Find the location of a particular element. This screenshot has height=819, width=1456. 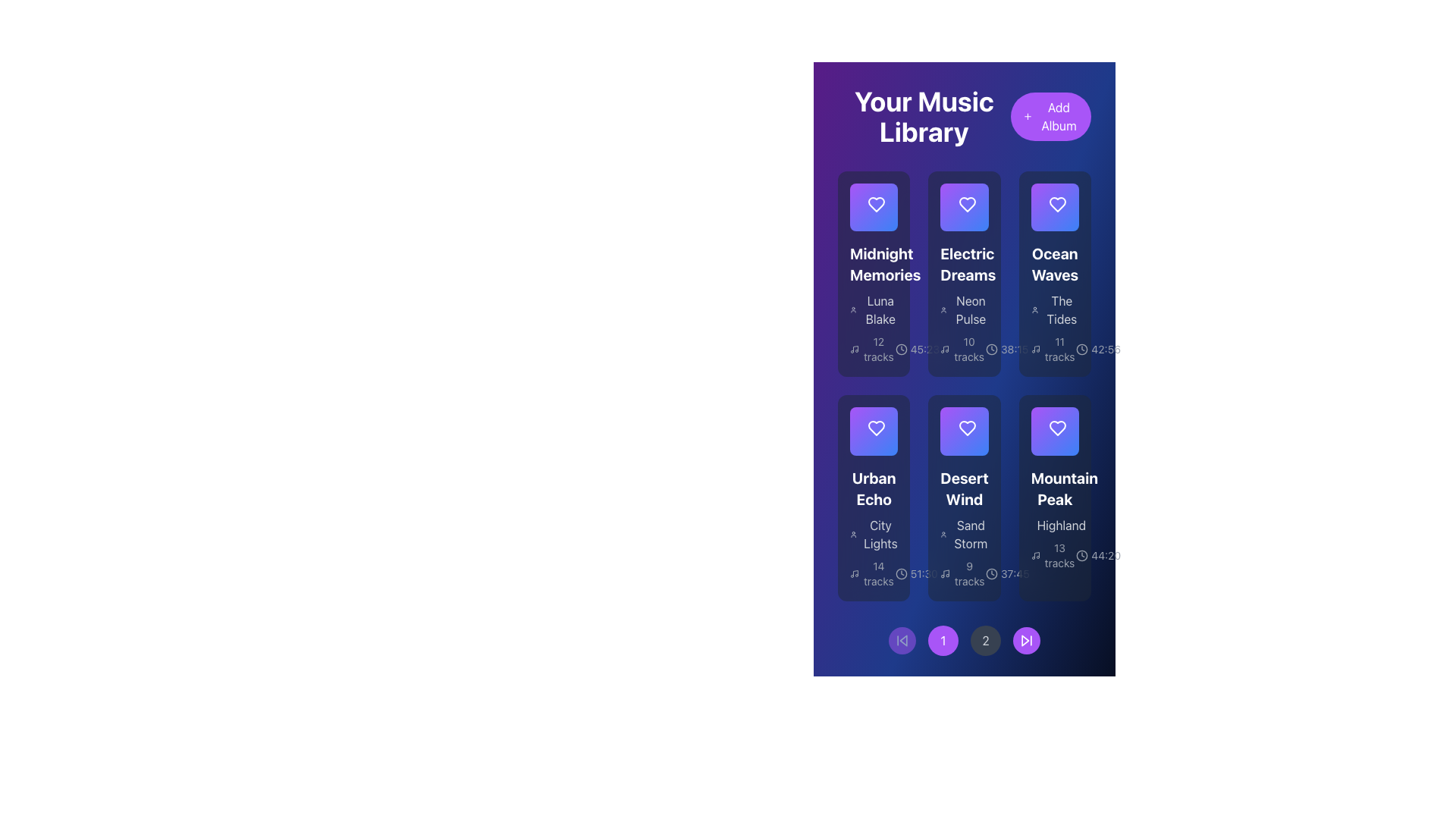

the circular button with the digit '2' inscribed on it, which is the third item in the horizontal list of navigation buttons at the bottom center of the interface is located at coordinates (964, 640).